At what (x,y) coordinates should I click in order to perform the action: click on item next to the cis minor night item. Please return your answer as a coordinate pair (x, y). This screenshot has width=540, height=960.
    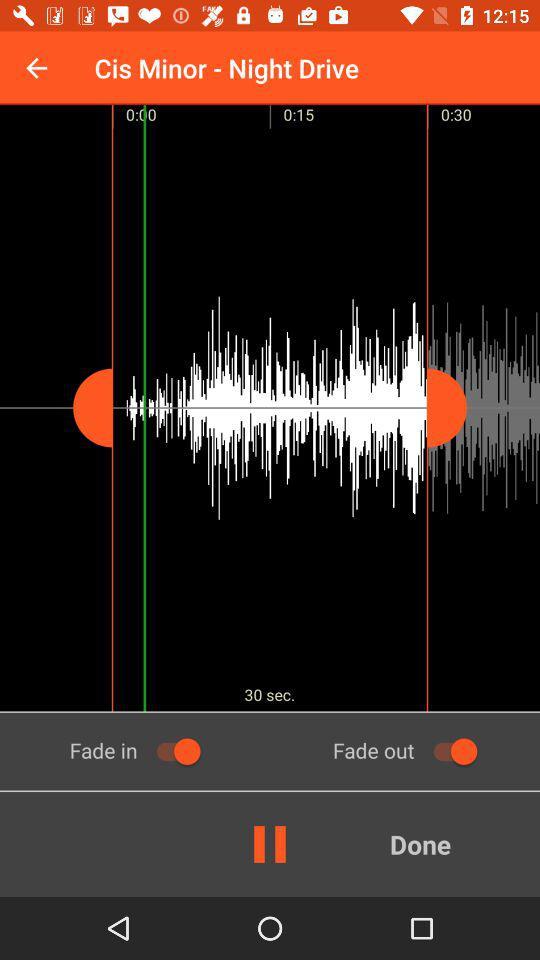
    Looking at the image, I should click on (36, 68).